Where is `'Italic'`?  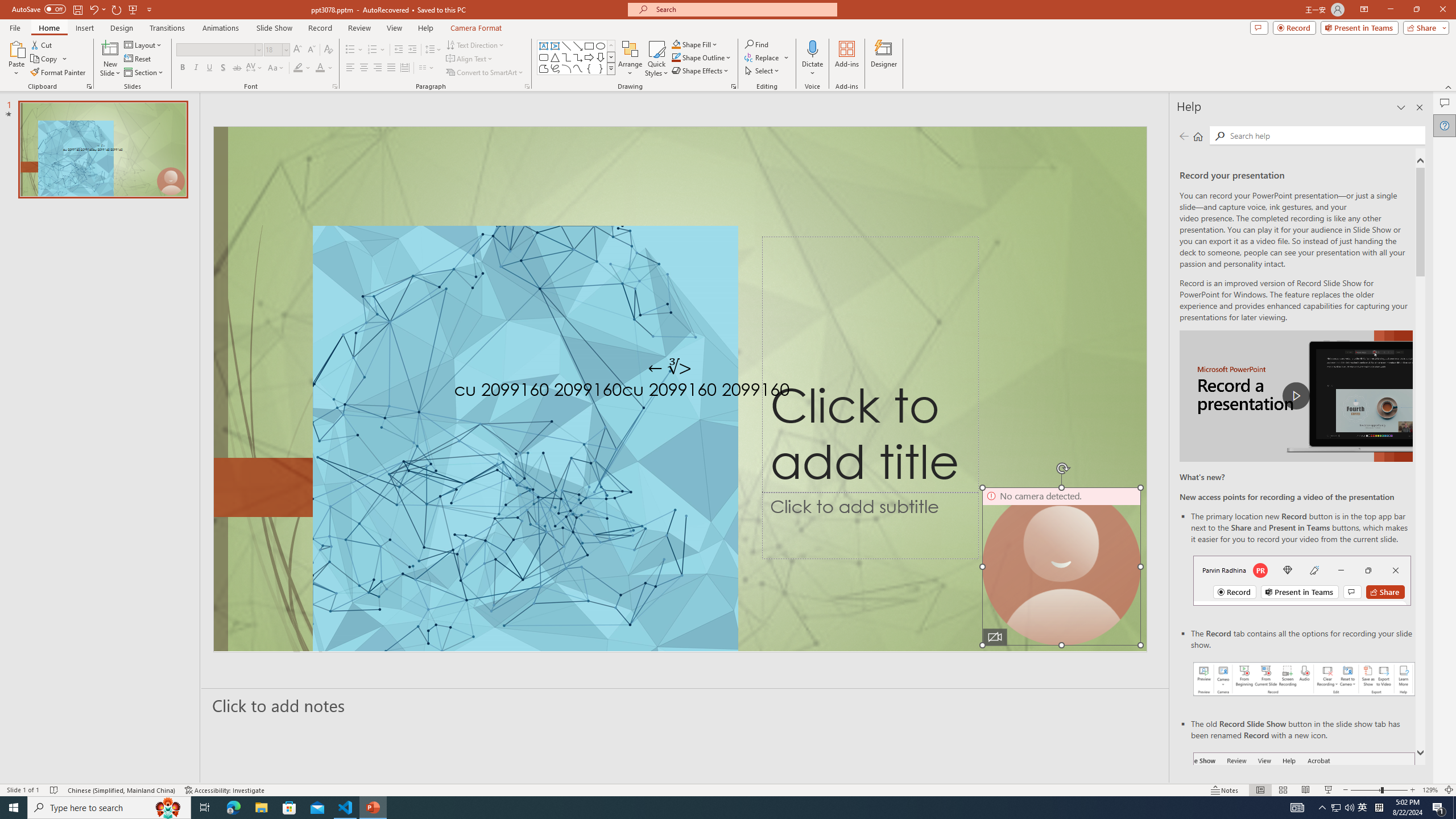
'Italic' is located at coordinates (195, 67).